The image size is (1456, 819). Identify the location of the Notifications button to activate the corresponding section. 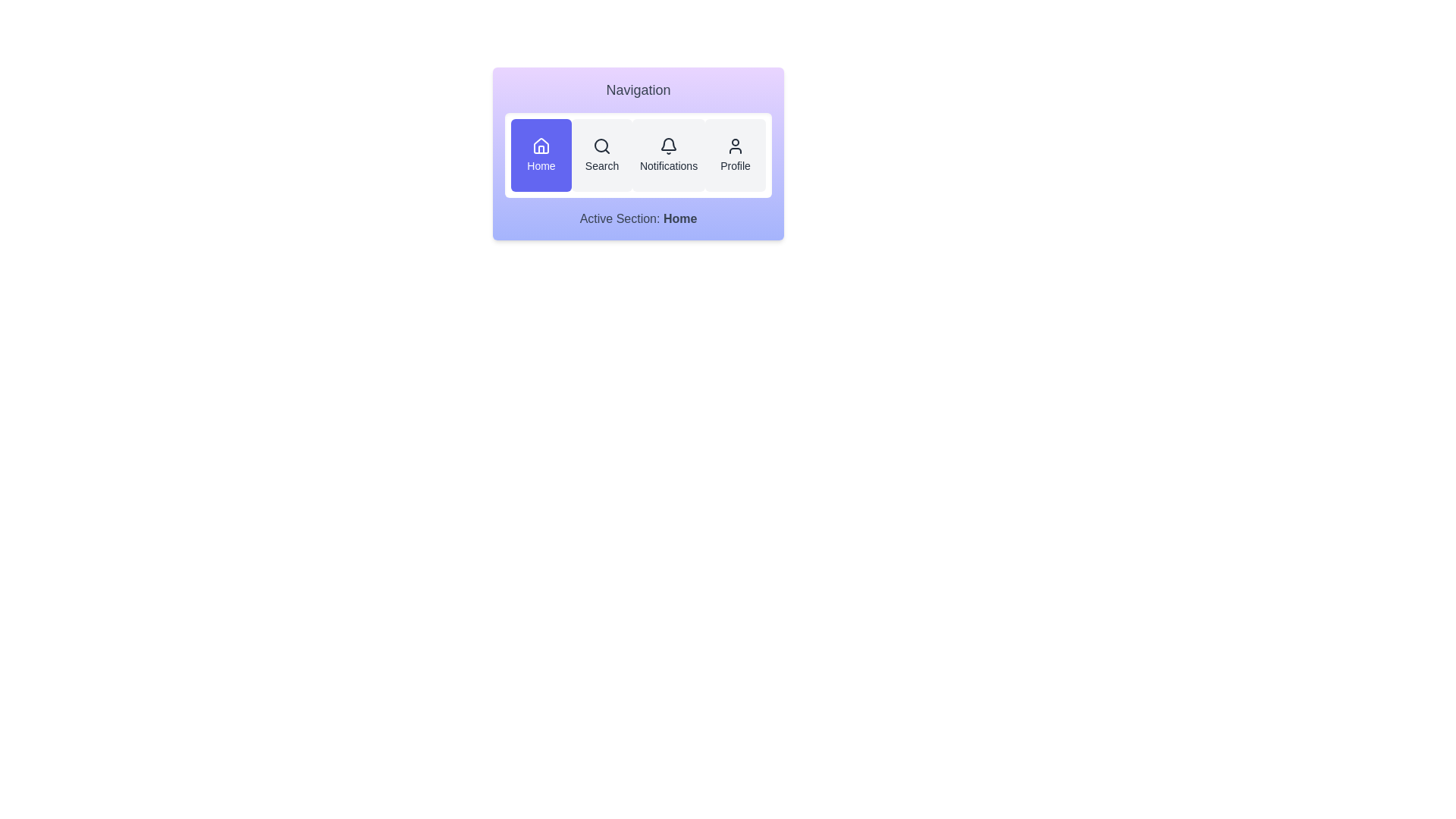
(668, 155).